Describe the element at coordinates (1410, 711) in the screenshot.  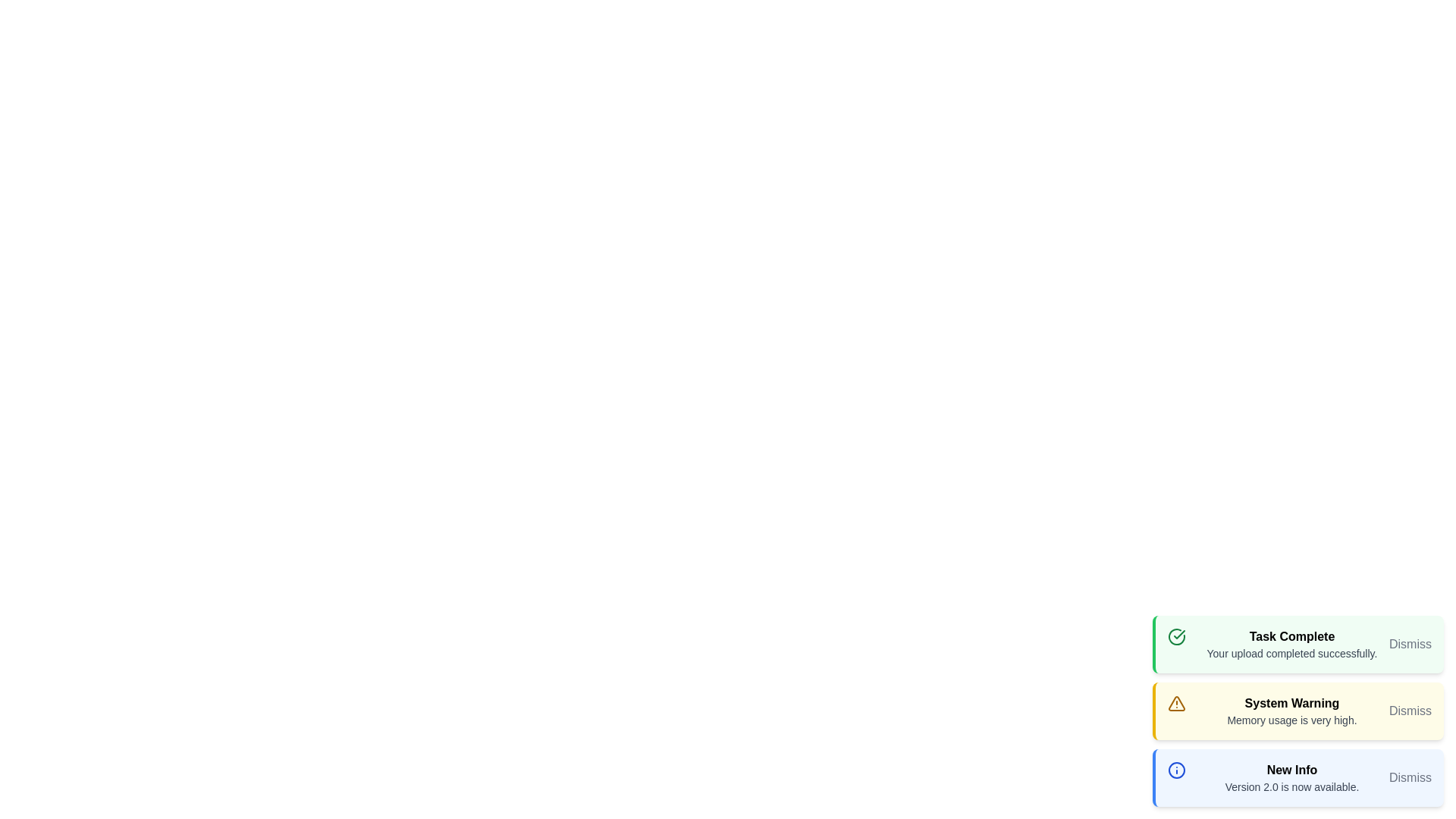
I see `the 'Dismiss' button for the notification with the title System Warning` at that location.